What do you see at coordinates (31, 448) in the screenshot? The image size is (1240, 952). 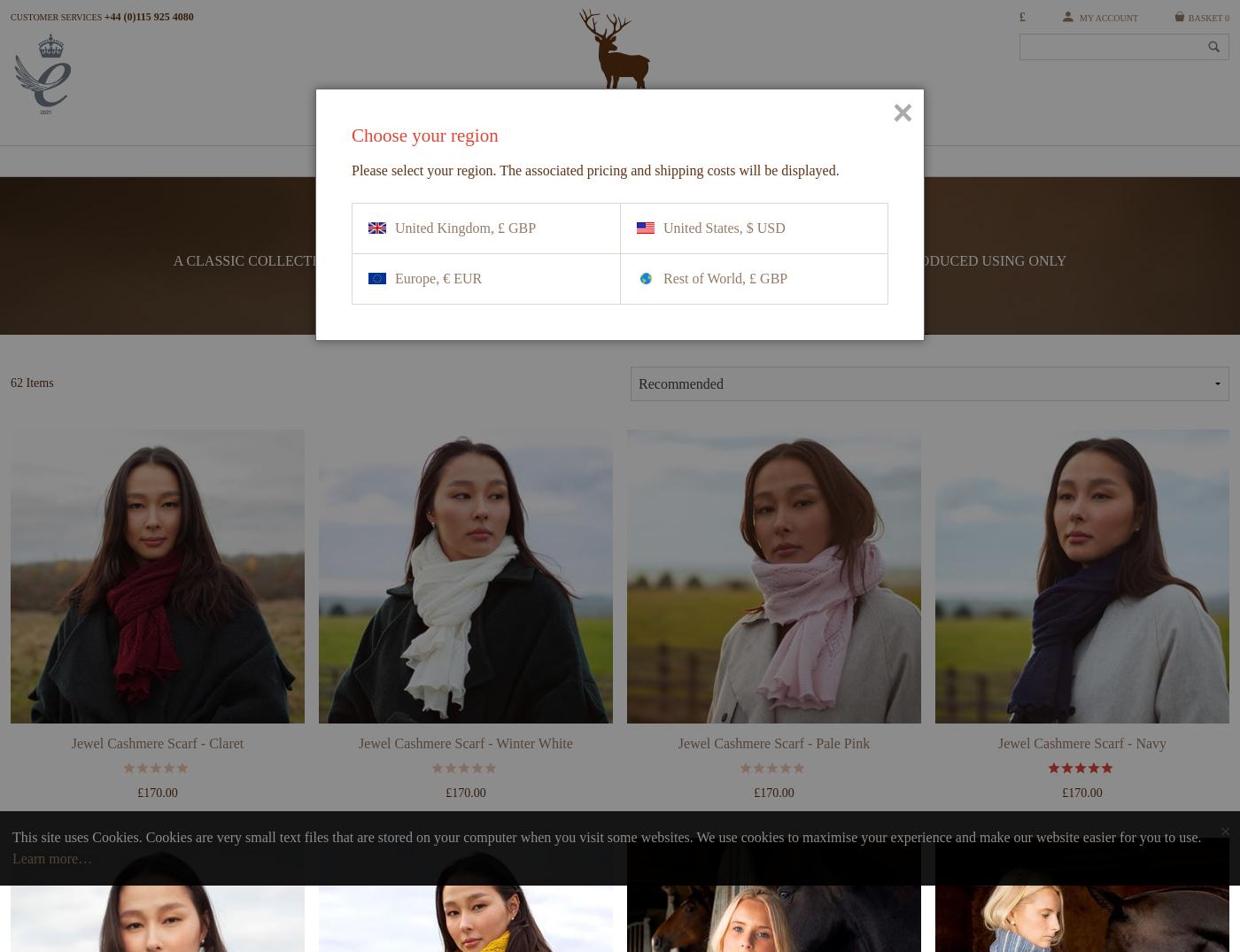 I see `'62 Items'` at bounding box center [31, 448].